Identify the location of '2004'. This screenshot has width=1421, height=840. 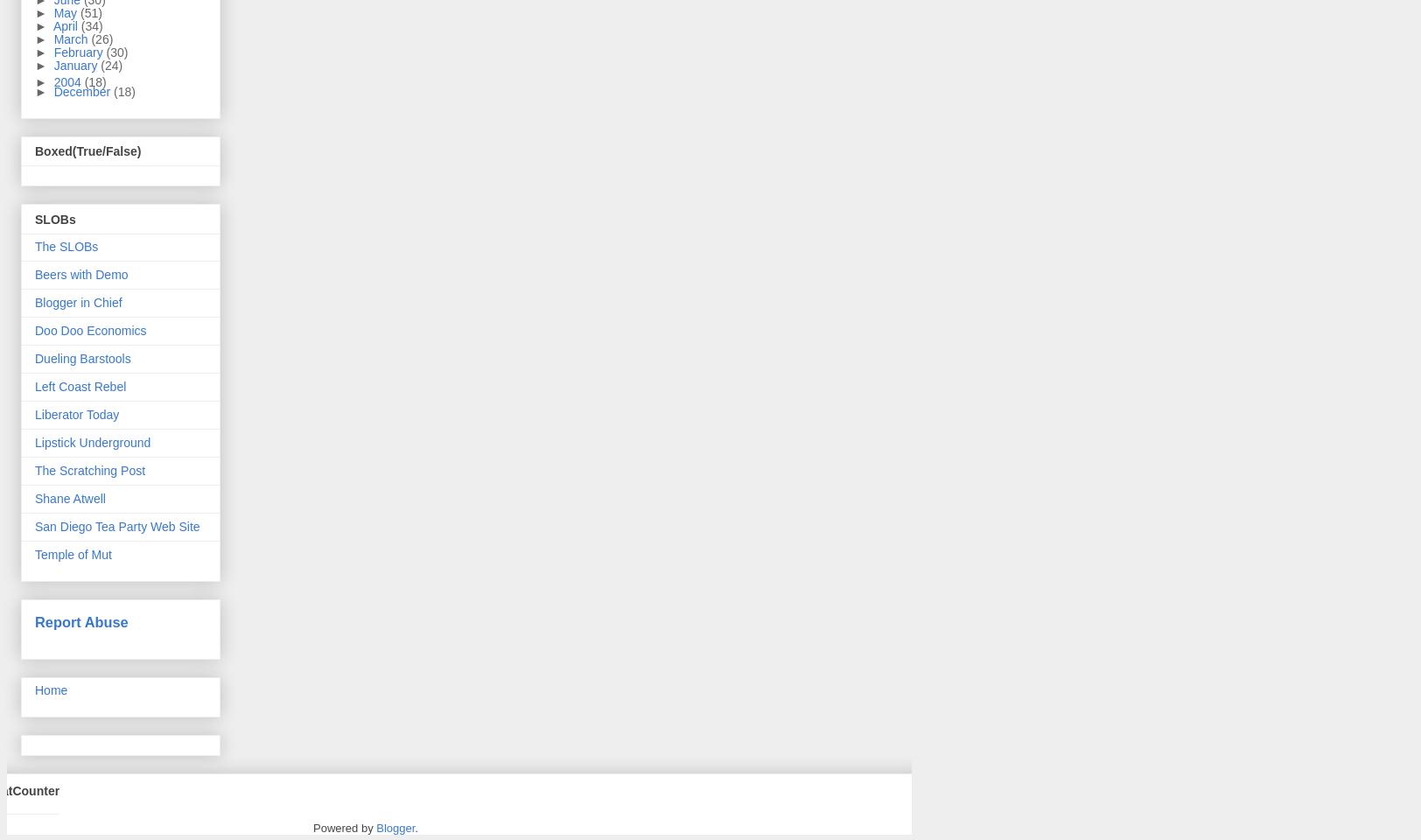
(53, 81).